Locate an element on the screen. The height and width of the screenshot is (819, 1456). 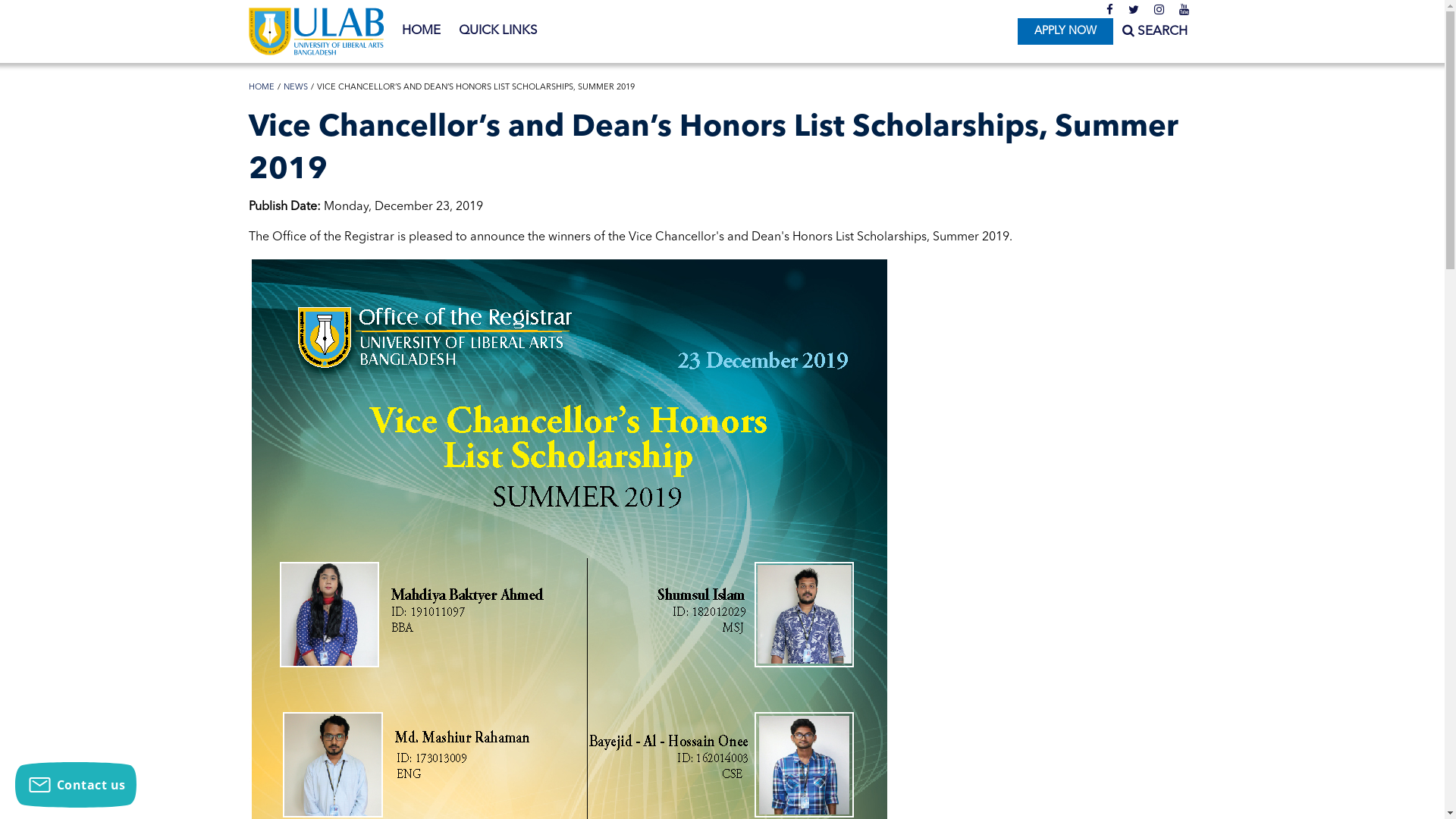
'NEWS' is located at coordinates (295, 87).